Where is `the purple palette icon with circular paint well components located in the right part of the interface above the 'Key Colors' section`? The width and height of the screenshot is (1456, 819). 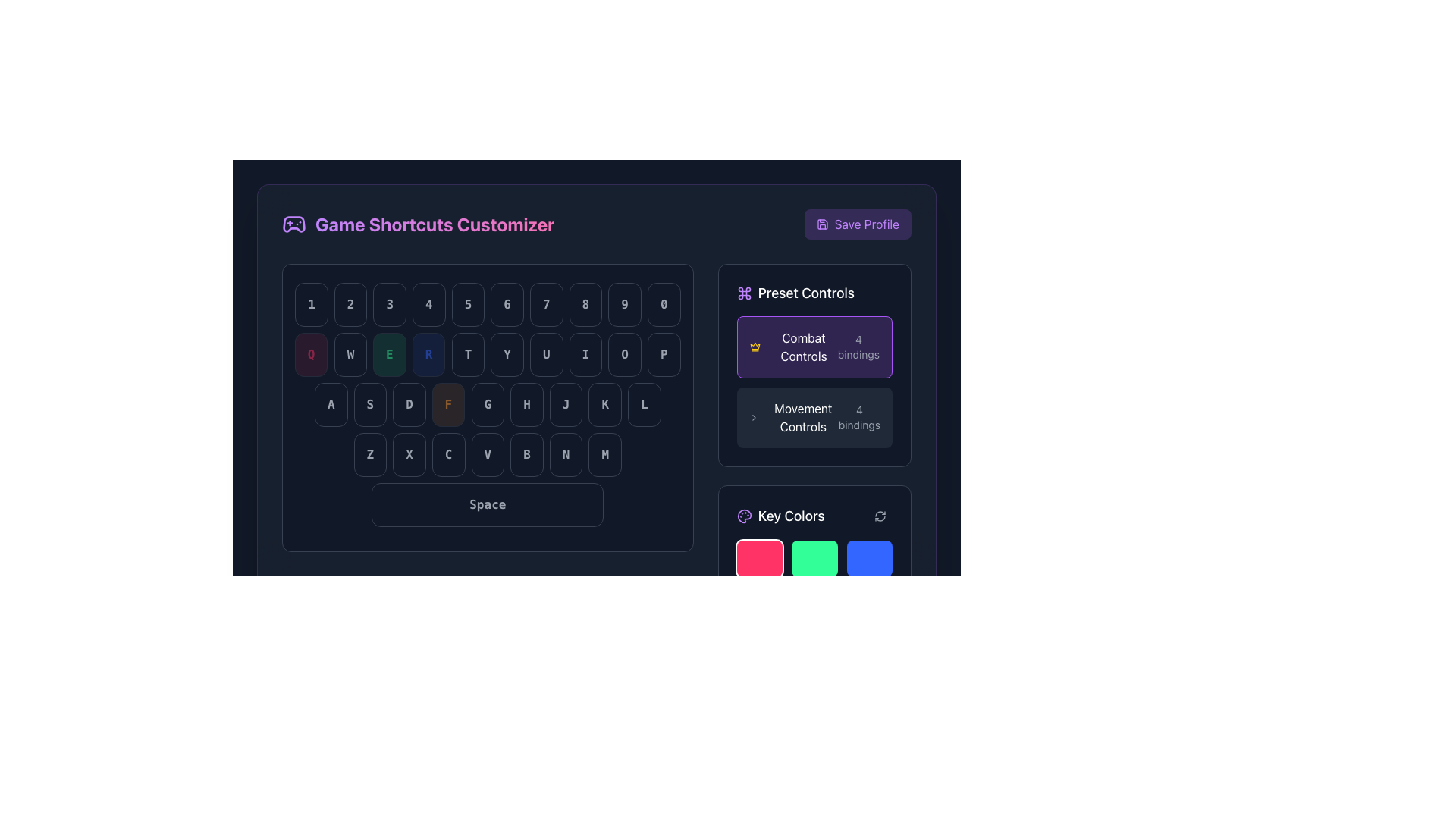
the purple palette icon with circular paint well components located in the right part of the interface above the 'Key Colors' section is located at coordinates (744, 516).